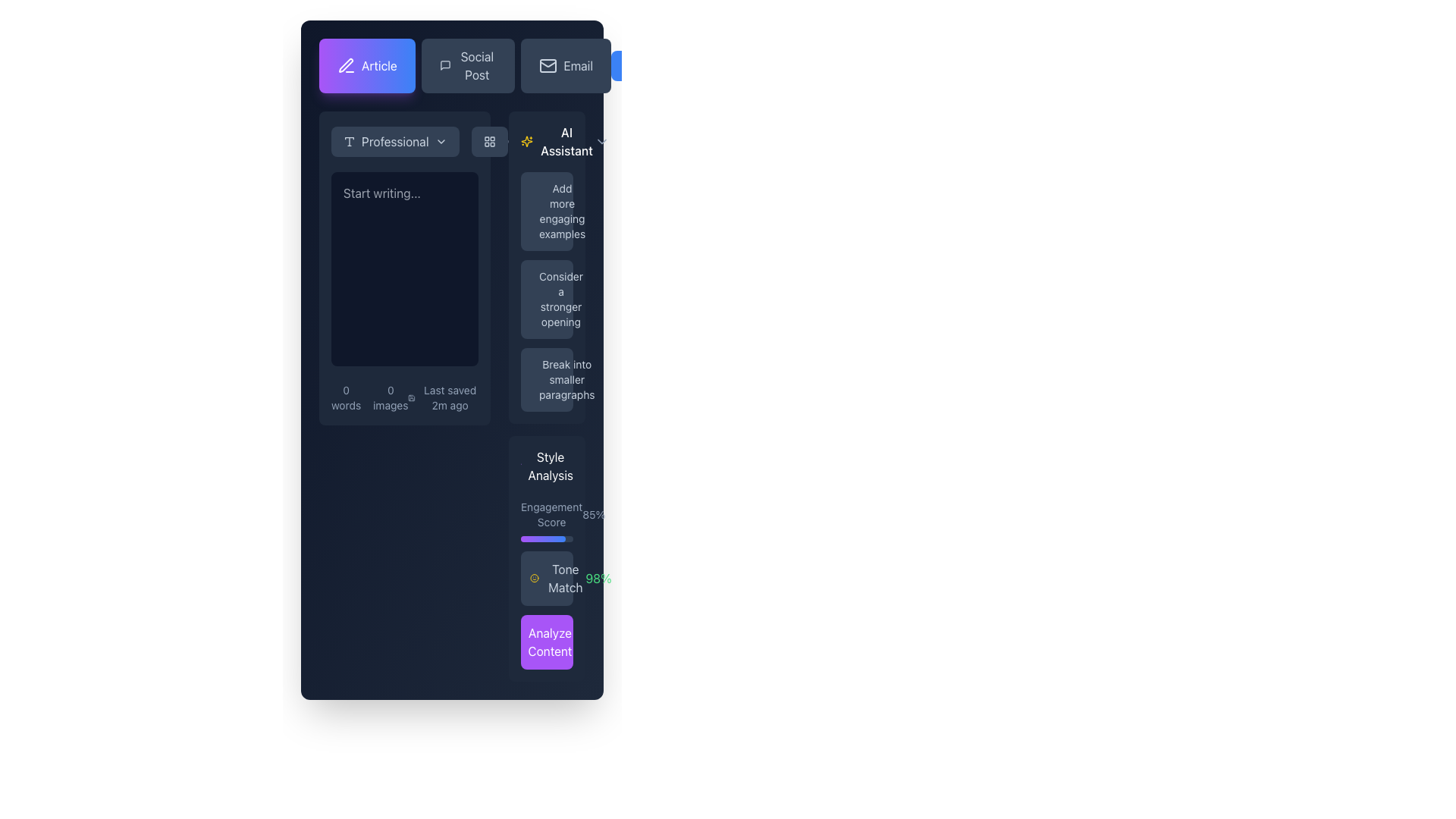 The height and width of the screenshot is (819, 1456). Describe the element at coordinates (412, 397) in the screenshot. I see `the save status icon located to the left of the text 'Last saved 2m ago' at the bottom right of the text input area` at that location.